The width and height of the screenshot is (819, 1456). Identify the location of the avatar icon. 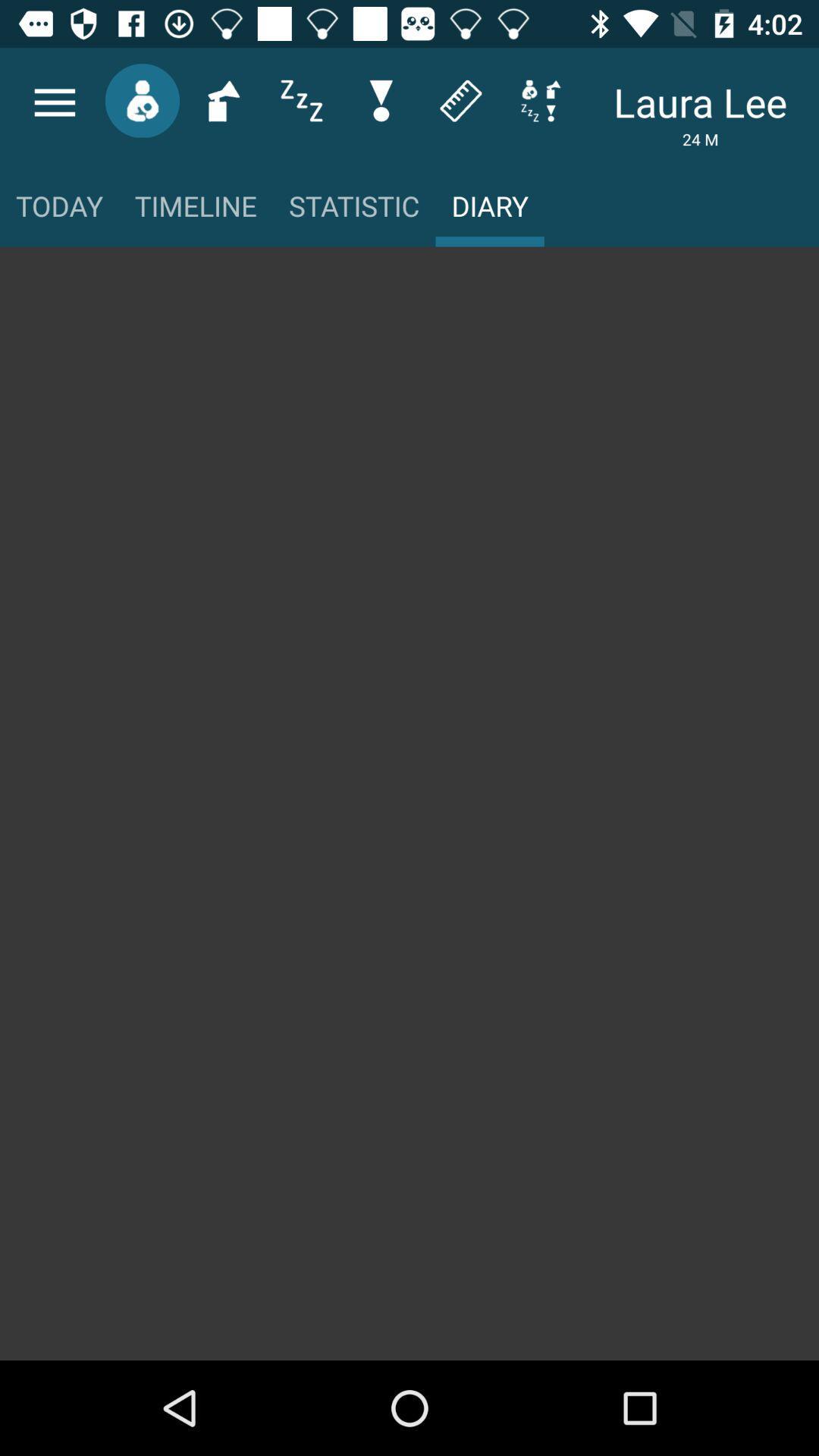
(142, 99).